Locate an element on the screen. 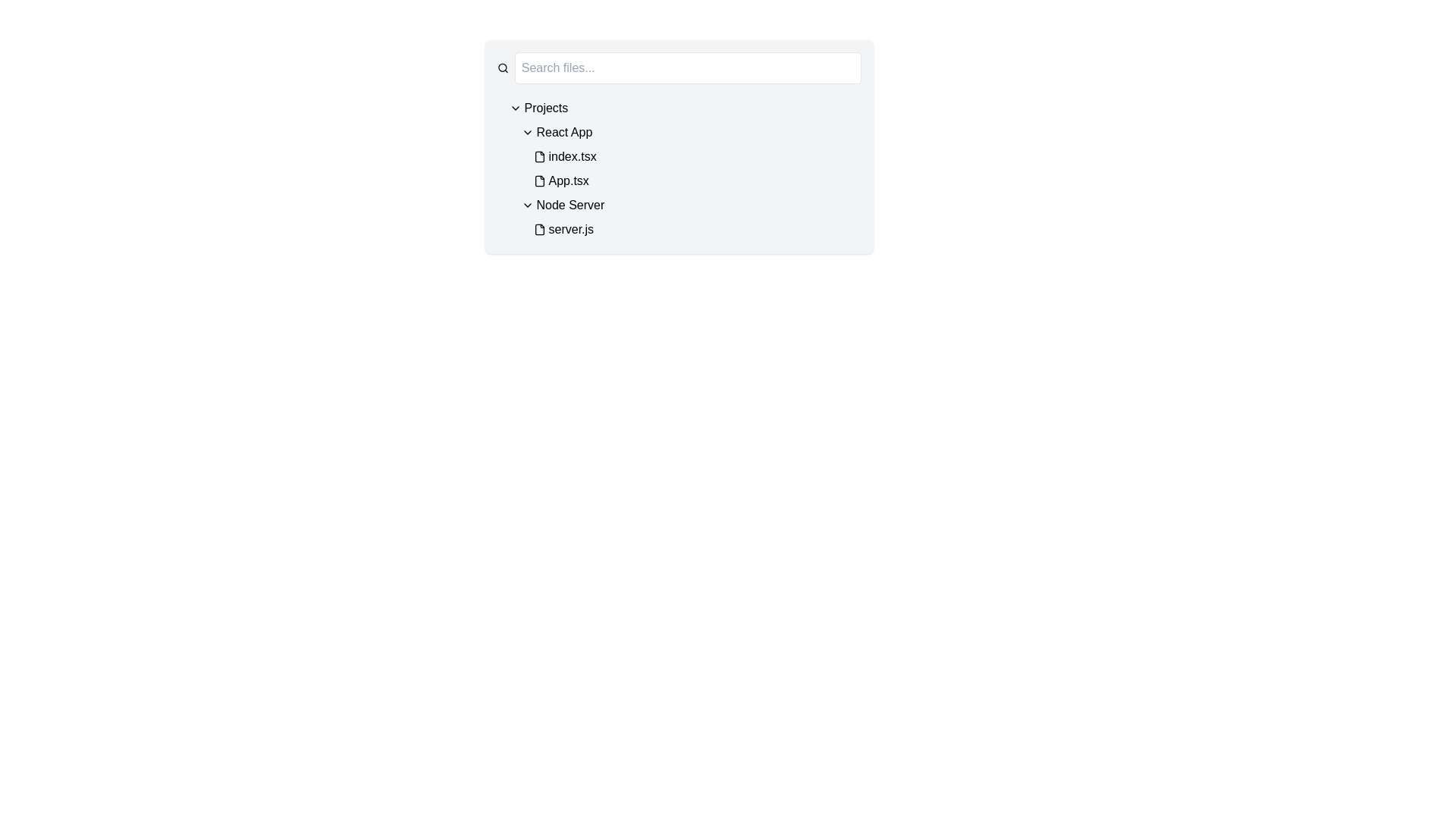 The height and width of the screenshot is (819, 1456). the Dropdown indicator (chevron icon) is located at coordinates (527, 131).